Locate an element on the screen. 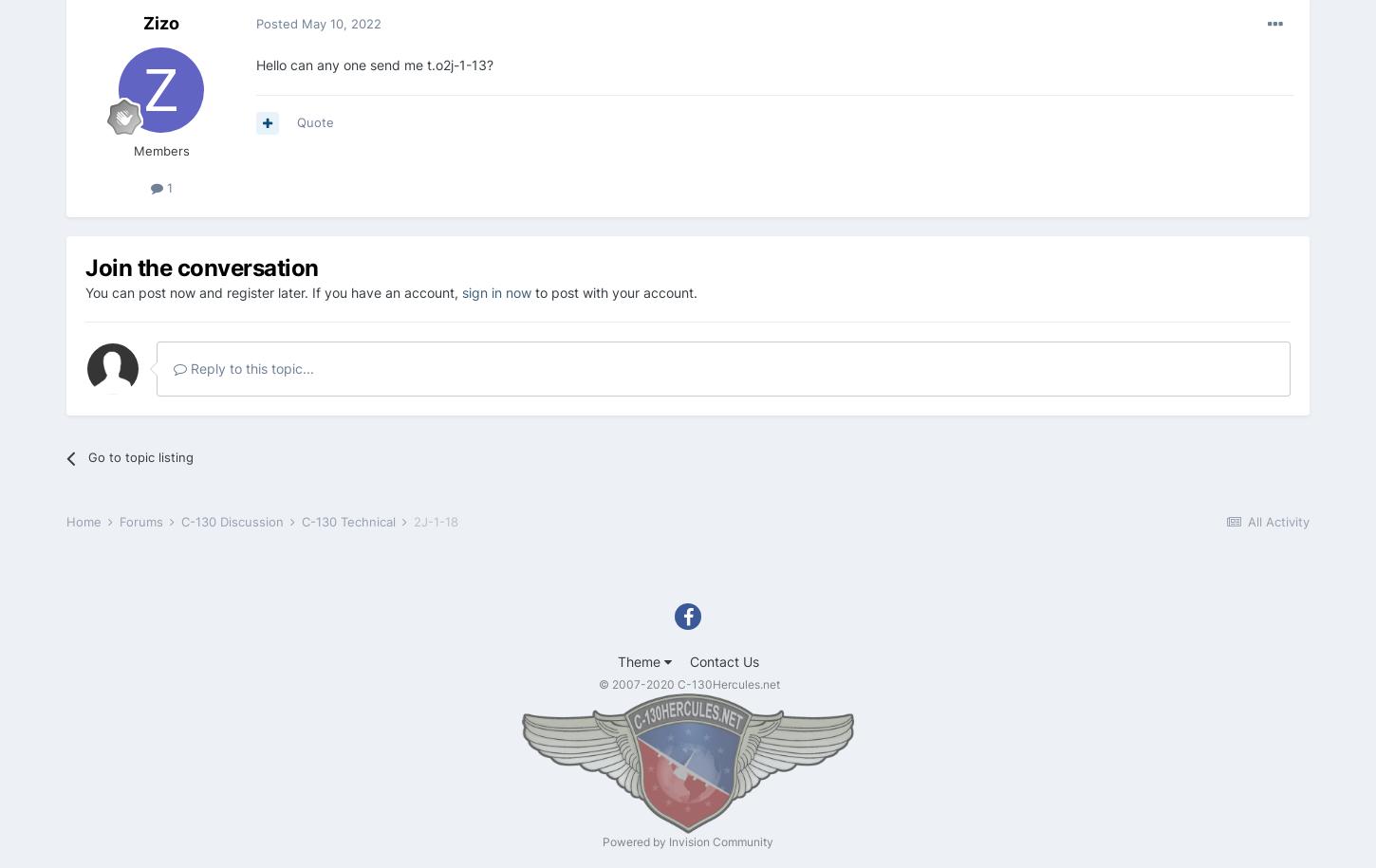  'Contact Us' is located at coordinates (723, 659).